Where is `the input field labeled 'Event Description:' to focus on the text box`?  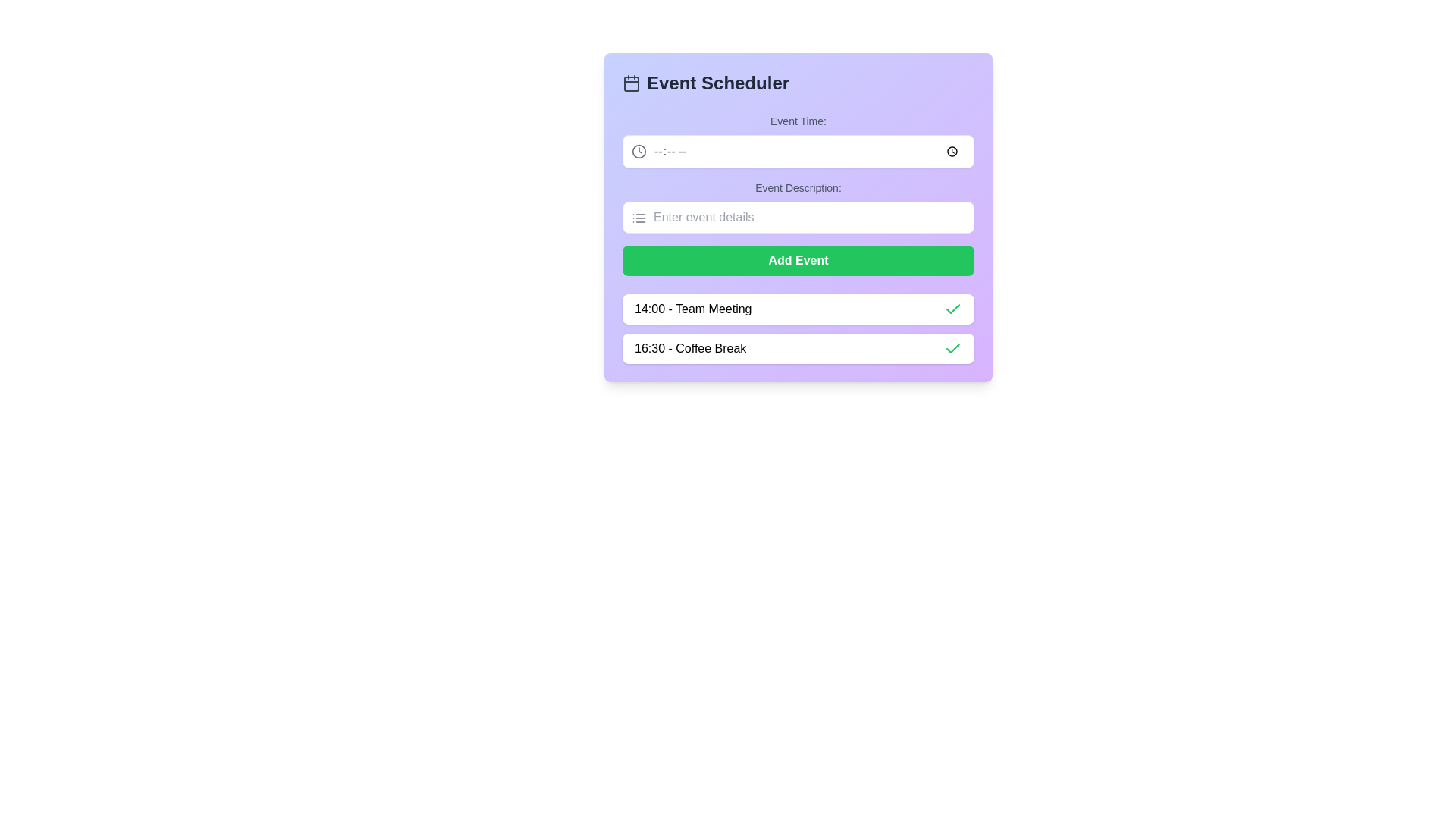 the input field labeled 'Event Description:' to focus on the text box is located at coordinates (797, 207).